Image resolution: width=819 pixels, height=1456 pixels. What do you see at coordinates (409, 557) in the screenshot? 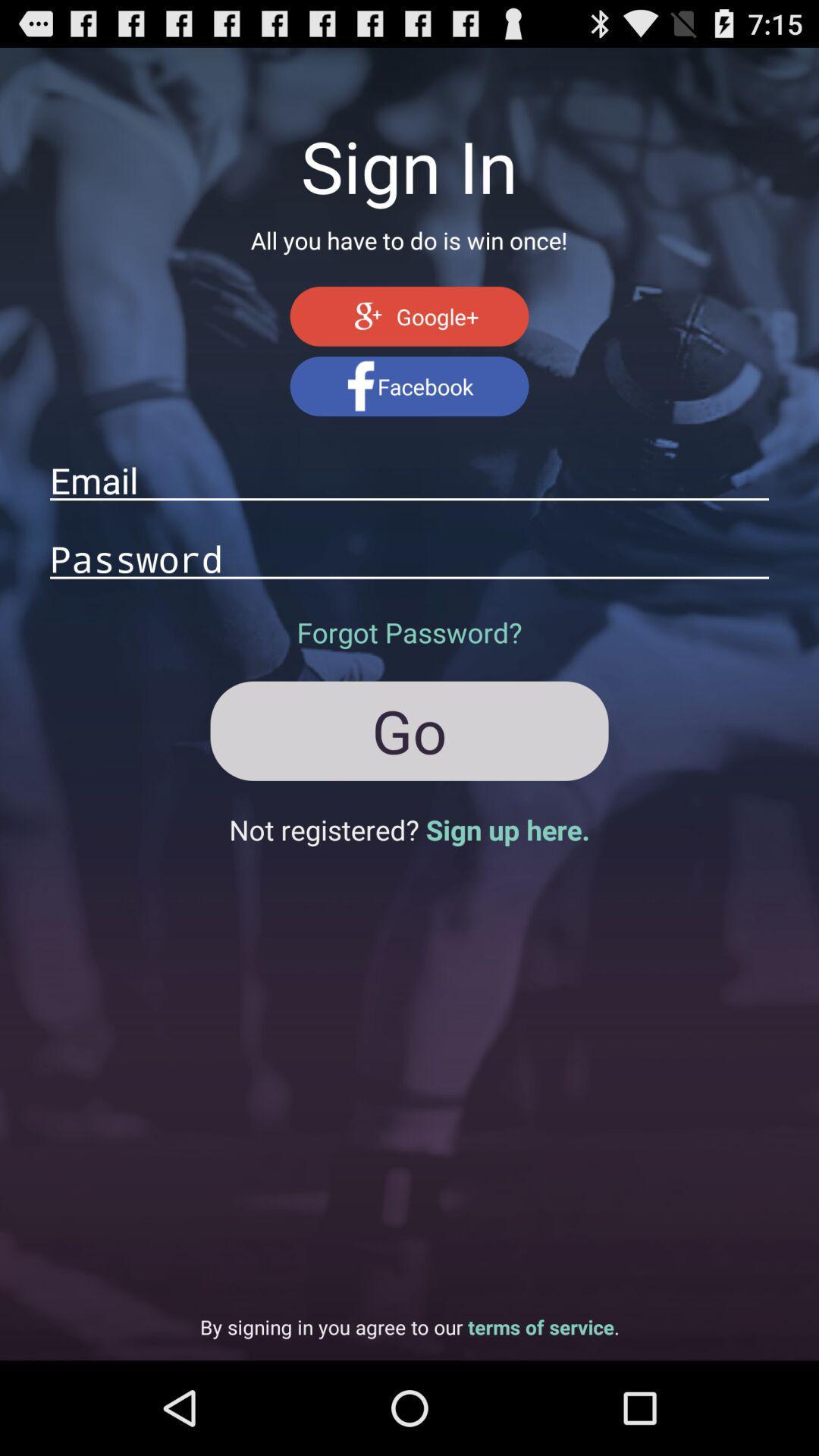
I see `typing box` at bounding box center [409, 557].